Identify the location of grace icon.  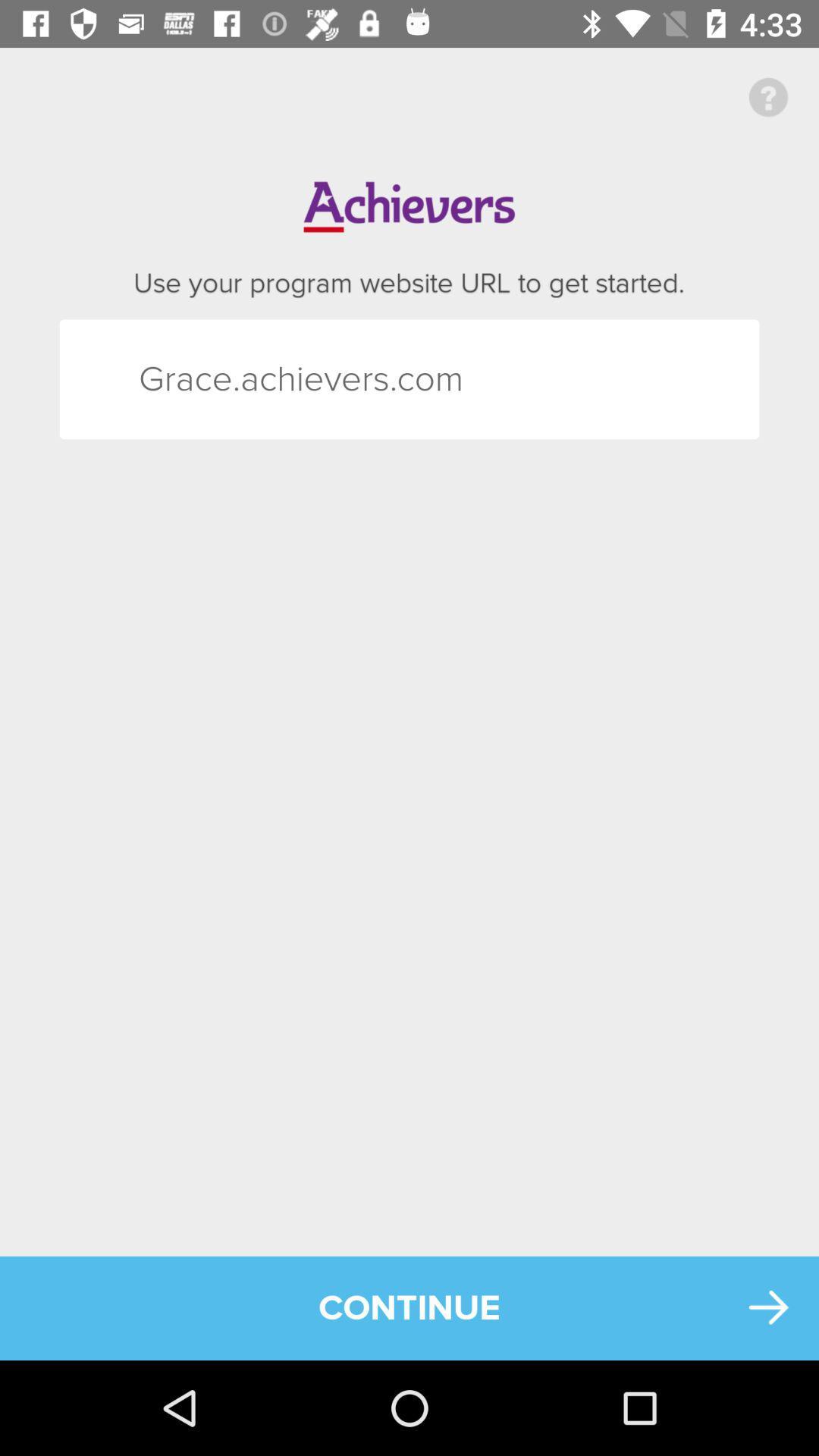
(166, 379).